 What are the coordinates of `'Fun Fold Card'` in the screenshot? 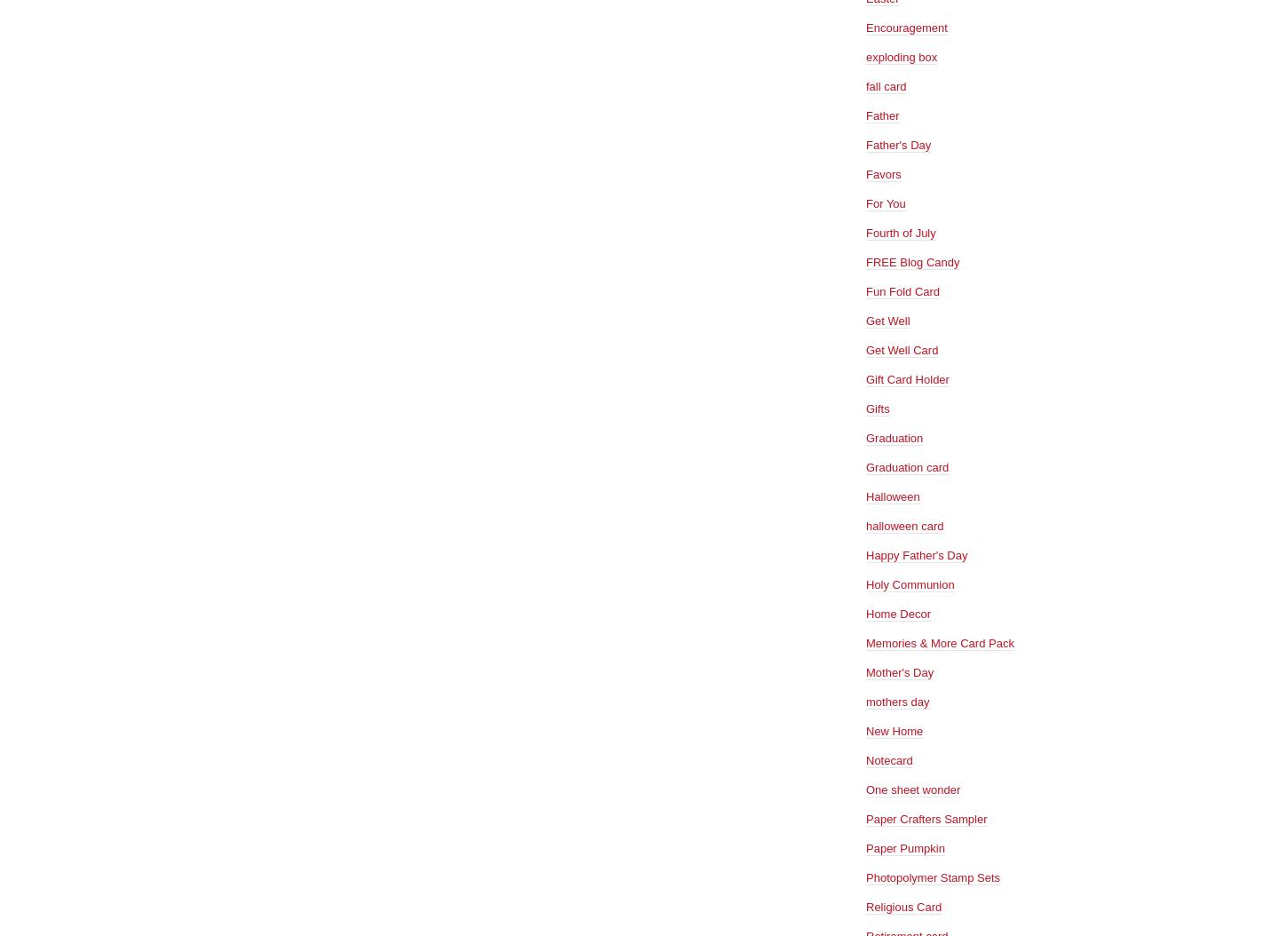 It's located at (865, 290).